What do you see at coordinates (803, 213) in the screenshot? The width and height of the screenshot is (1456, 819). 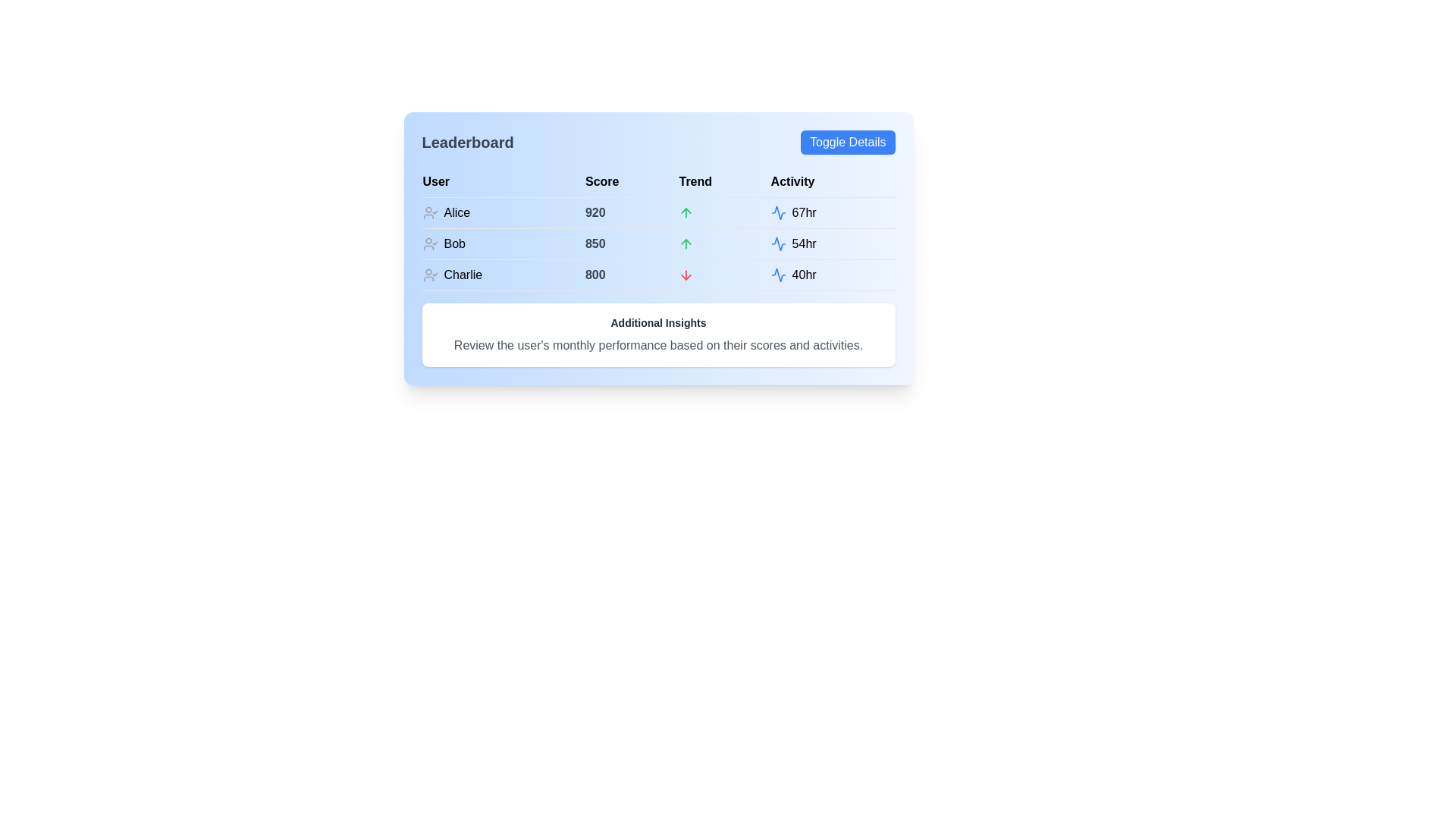 I see `the text label showing Alice's activity in the leaderboard under the 'Activity' column for more details` at bounding box center [803, 213].